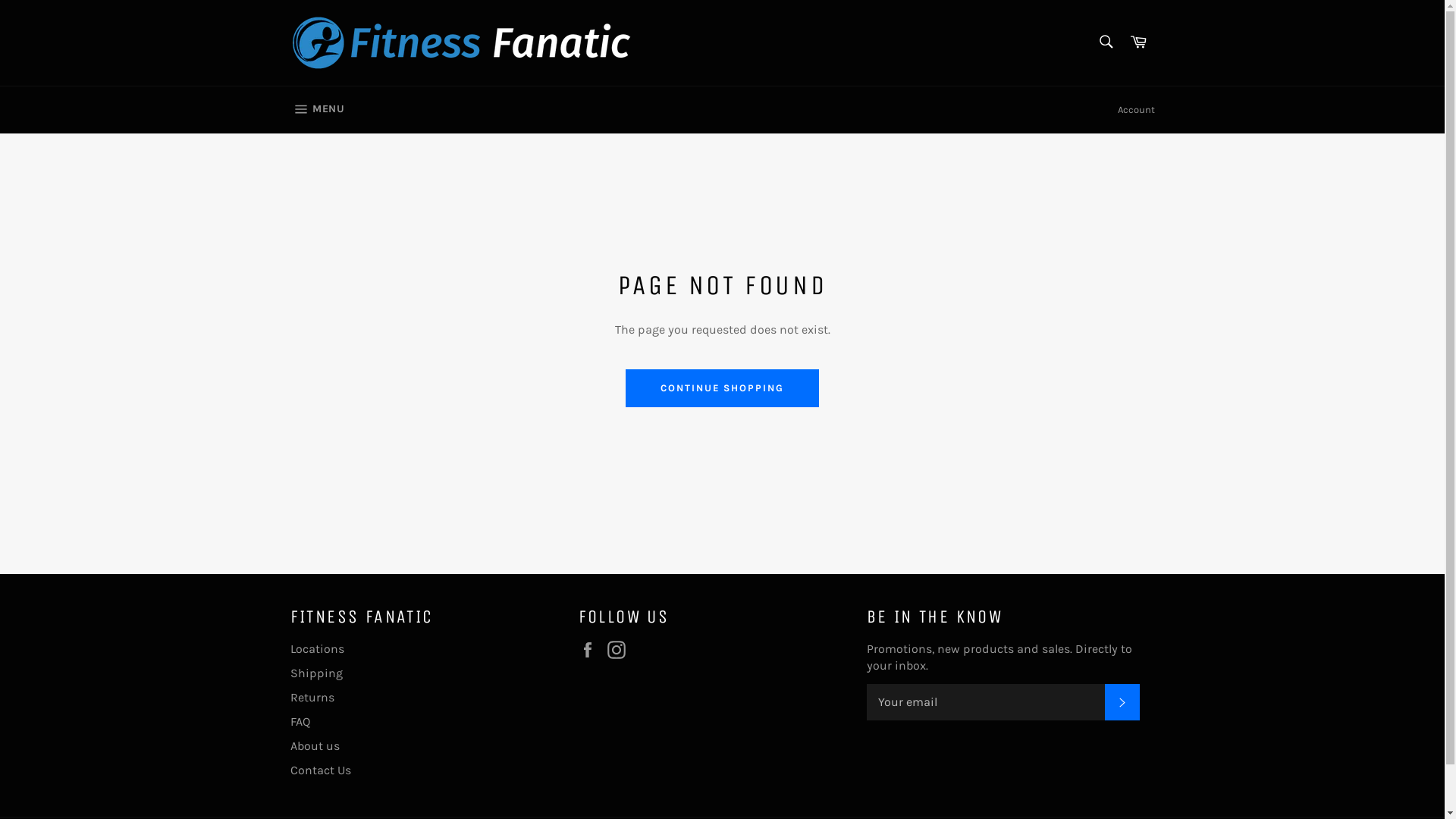 Image resolution: width=1456 pixels, height=819 pixels. What do you see at coordinates (290, 648) in the screenshot?
I see `'Locations'` at bounding box center [290, 648].